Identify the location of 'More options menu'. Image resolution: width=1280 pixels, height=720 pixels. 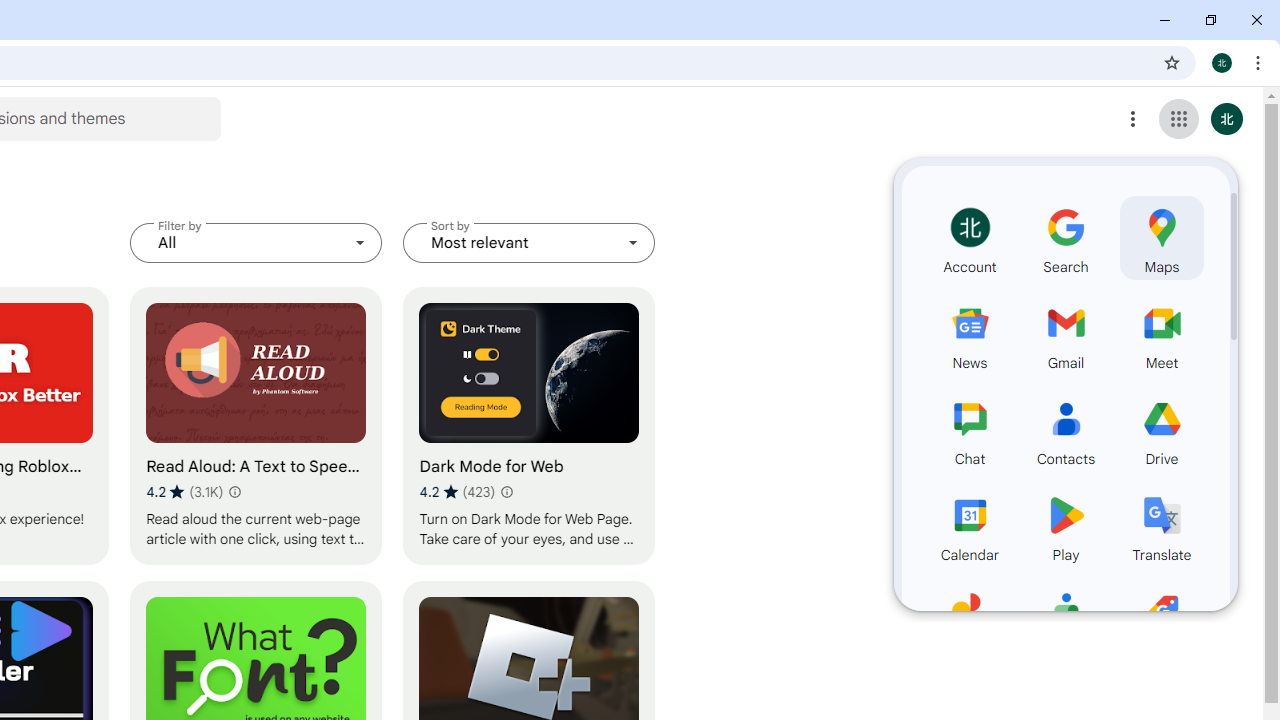
(1133, 119).